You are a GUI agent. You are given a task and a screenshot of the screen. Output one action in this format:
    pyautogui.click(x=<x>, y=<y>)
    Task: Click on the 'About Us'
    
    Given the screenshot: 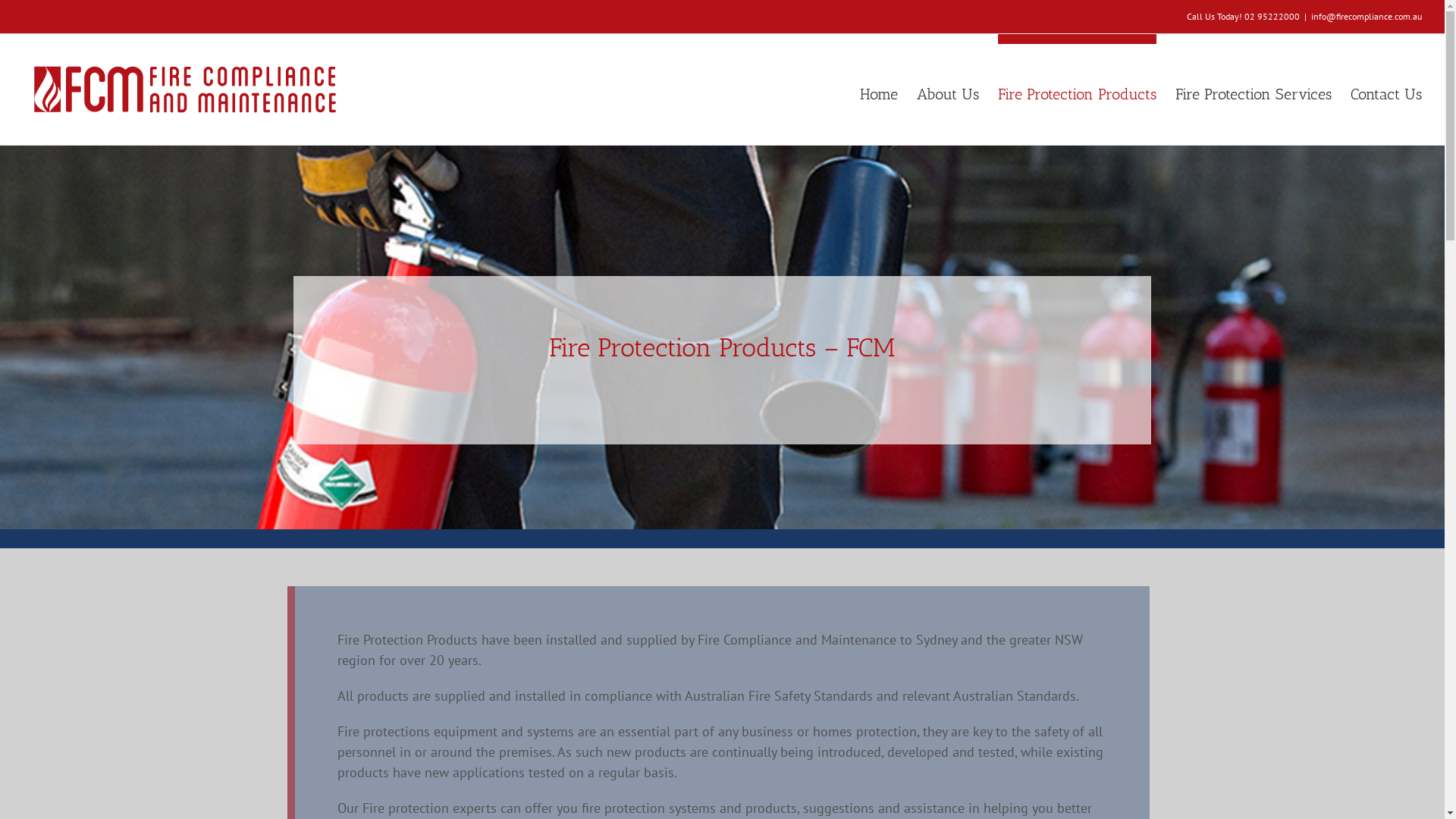 What is the action you would take?
    pyautogui.click(x=946, y=89)
    